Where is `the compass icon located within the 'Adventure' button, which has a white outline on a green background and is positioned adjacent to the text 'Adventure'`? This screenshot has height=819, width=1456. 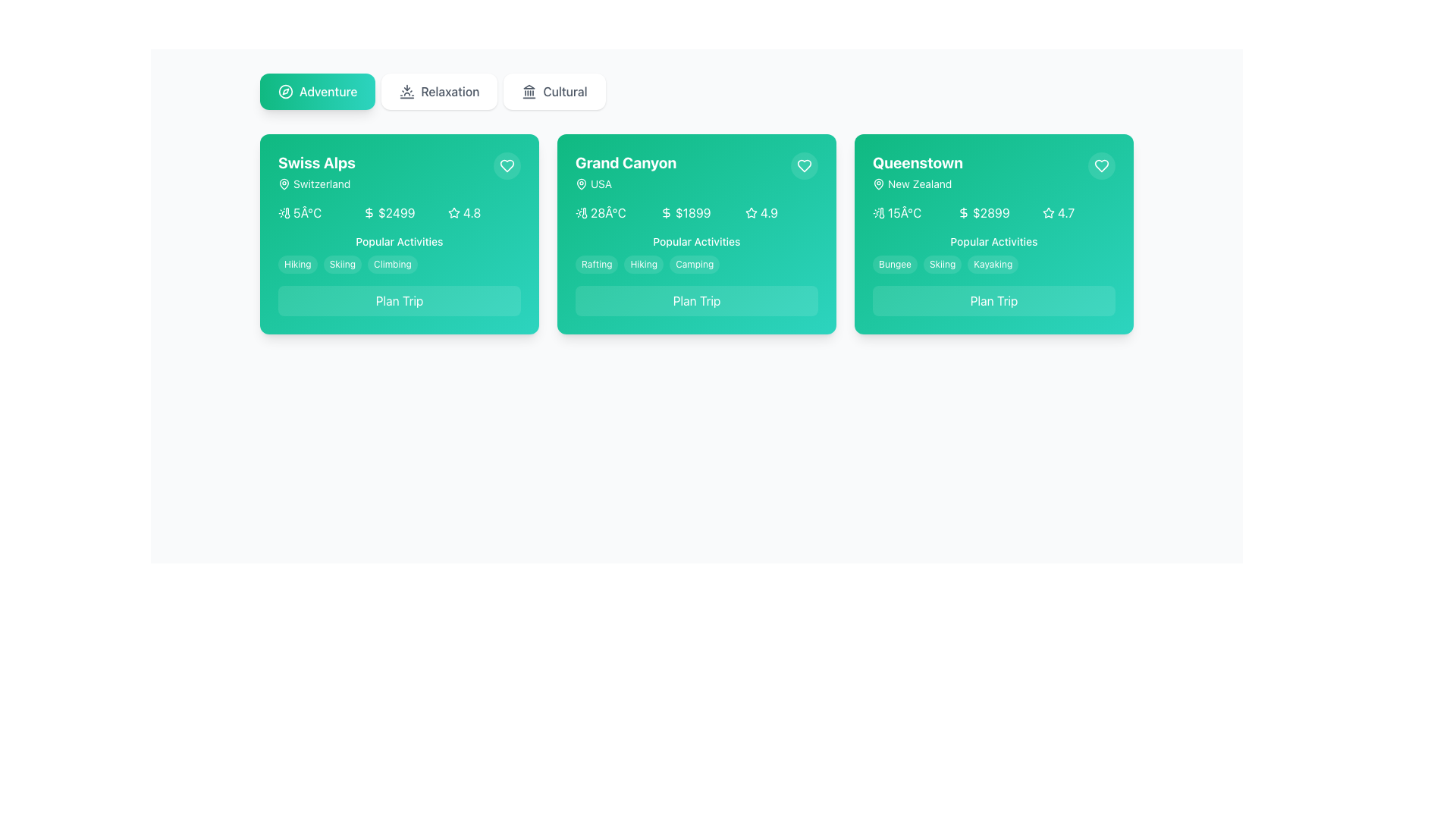
the compass icon located within the 'Adventure' button, which has a white outline on a green background and is positioned adjacent to the text 'Adventure' is located at coordinates (286, 91).